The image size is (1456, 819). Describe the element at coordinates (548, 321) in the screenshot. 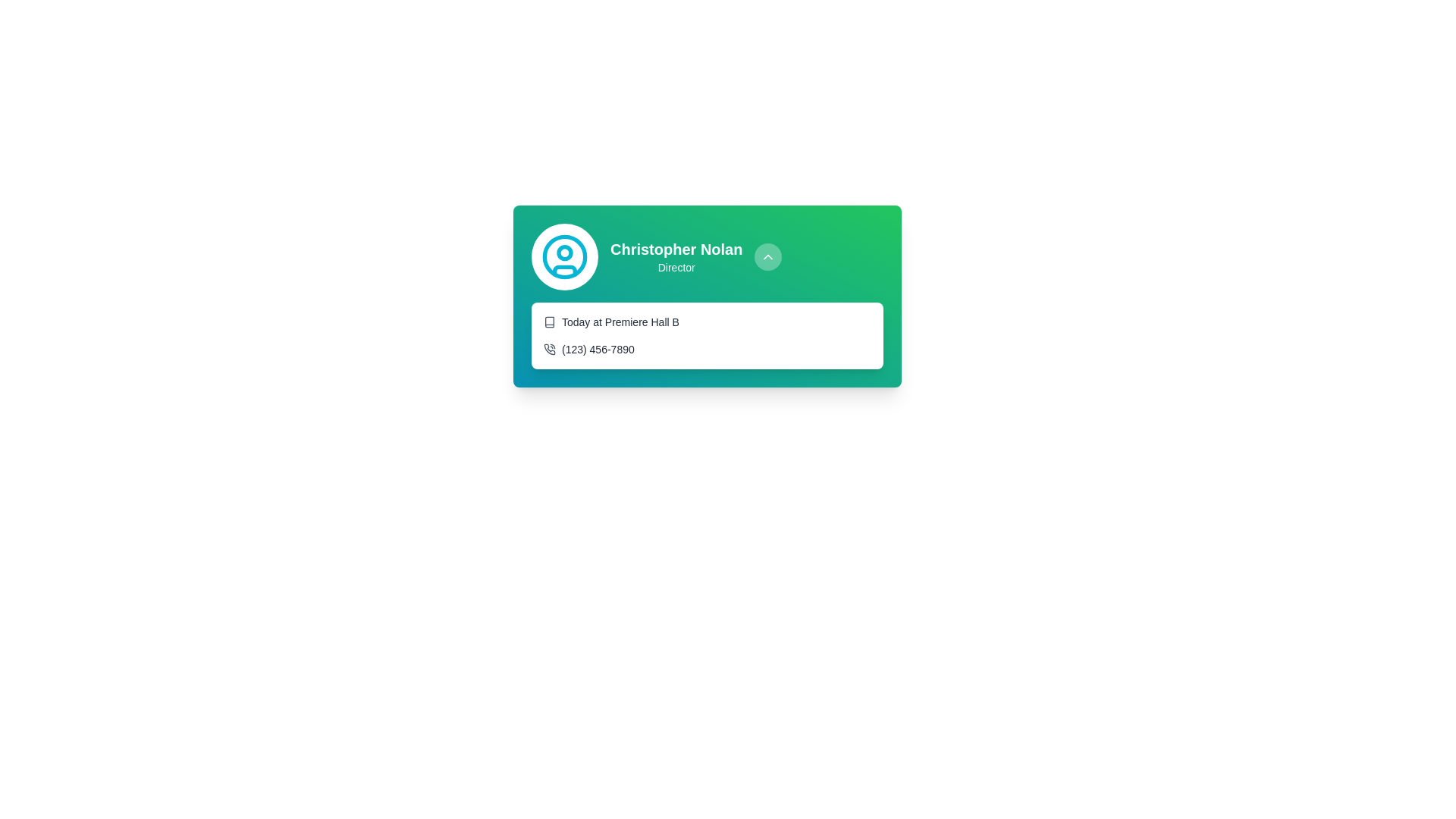

I see `the minimalist book icon located at the far left of the line containing the text 'Today at Premiere Hall B'` at that location.